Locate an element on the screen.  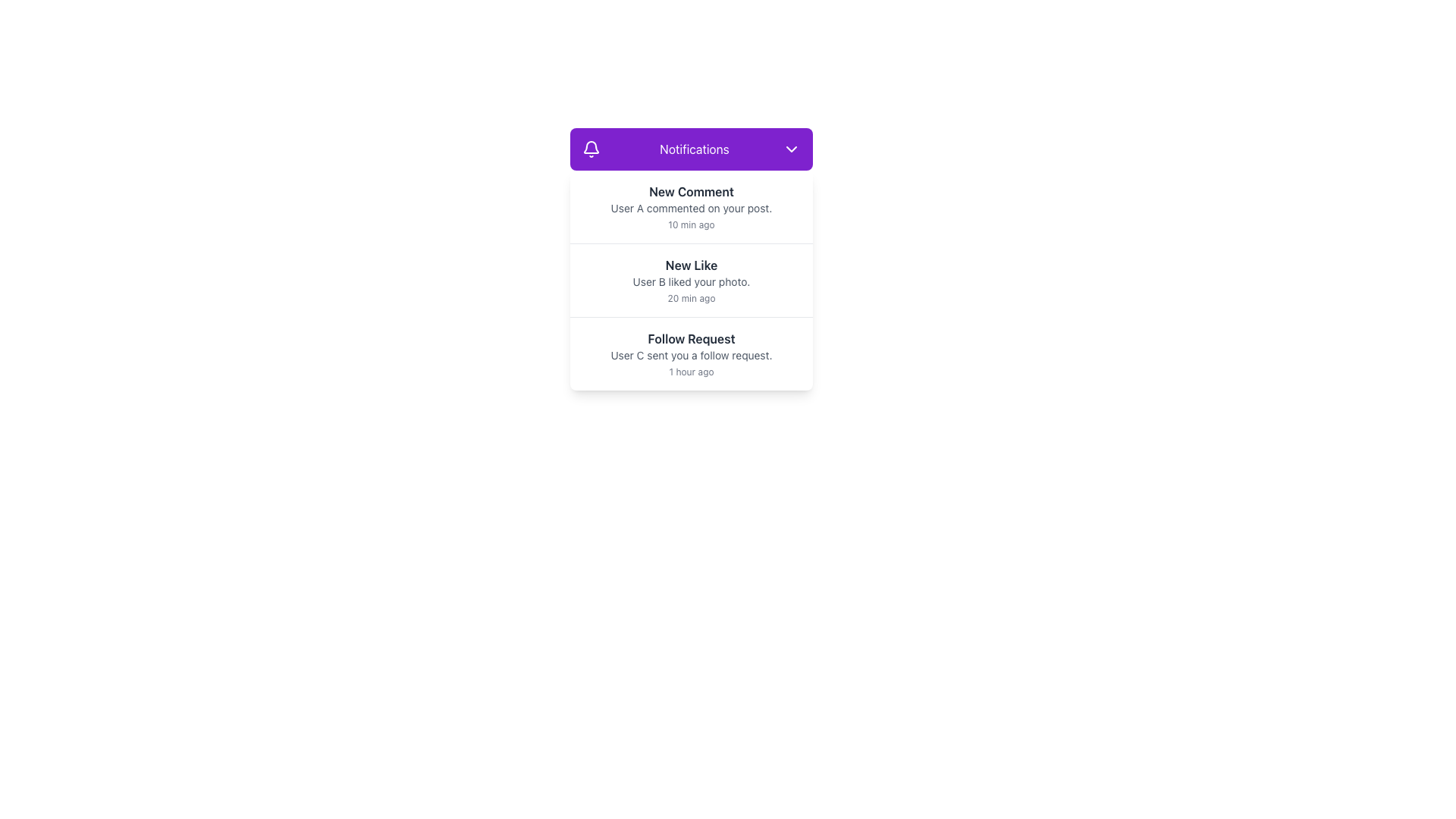
the text label displaying the notification message that 'User B' has liked the photo, which is located beneath the title 'New Like' and above '20 min ago' is located at coordinates (691, 281).